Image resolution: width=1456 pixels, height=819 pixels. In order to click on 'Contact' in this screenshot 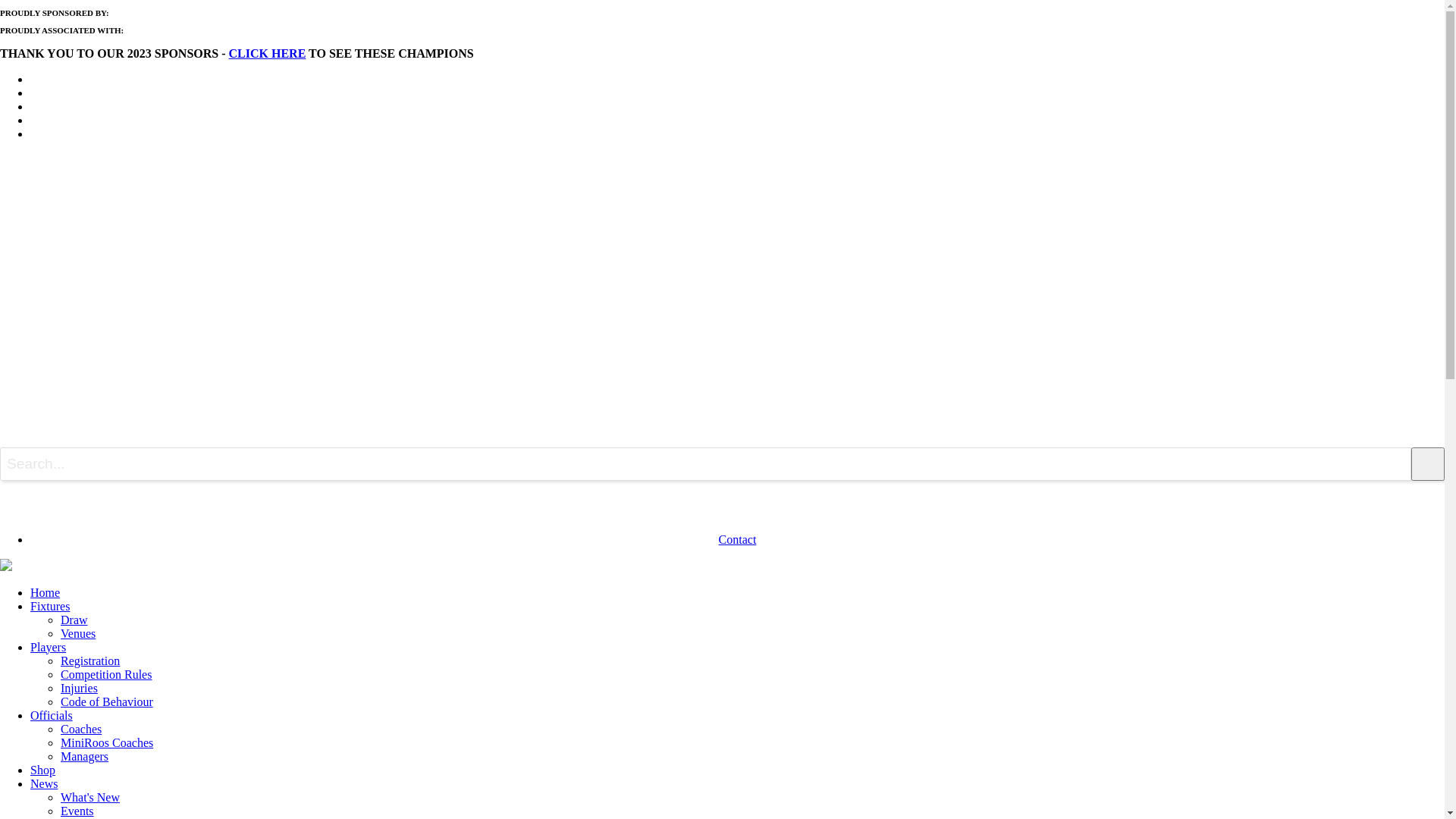, I will do `click(738, 538)`.